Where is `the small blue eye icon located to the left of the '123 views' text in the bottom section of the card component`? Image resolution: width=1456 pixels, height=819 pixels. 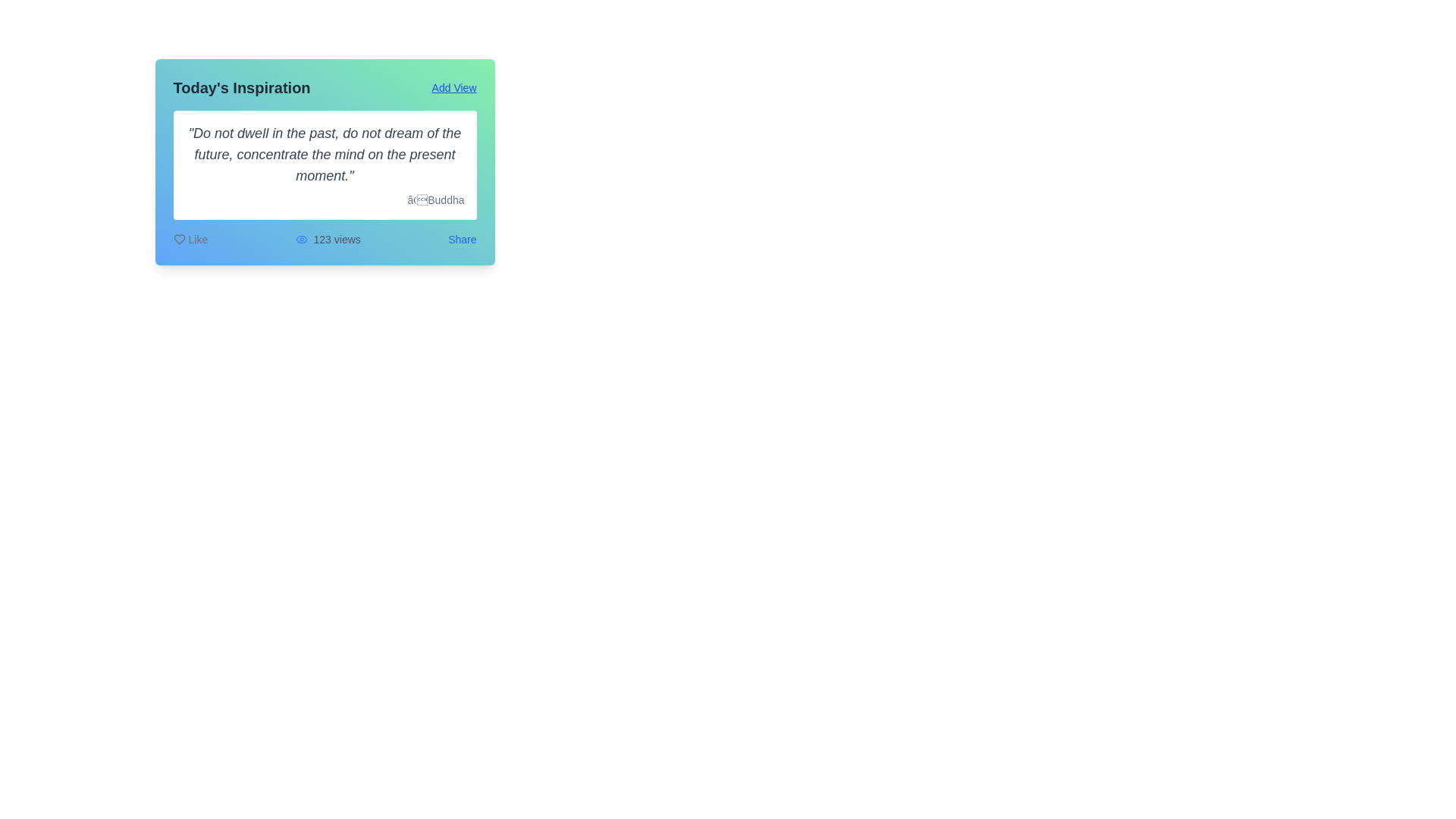 the small blue eye icon located to the left of the '123 views' text in the bottom section of the card component is located at coordinates (301, 239).